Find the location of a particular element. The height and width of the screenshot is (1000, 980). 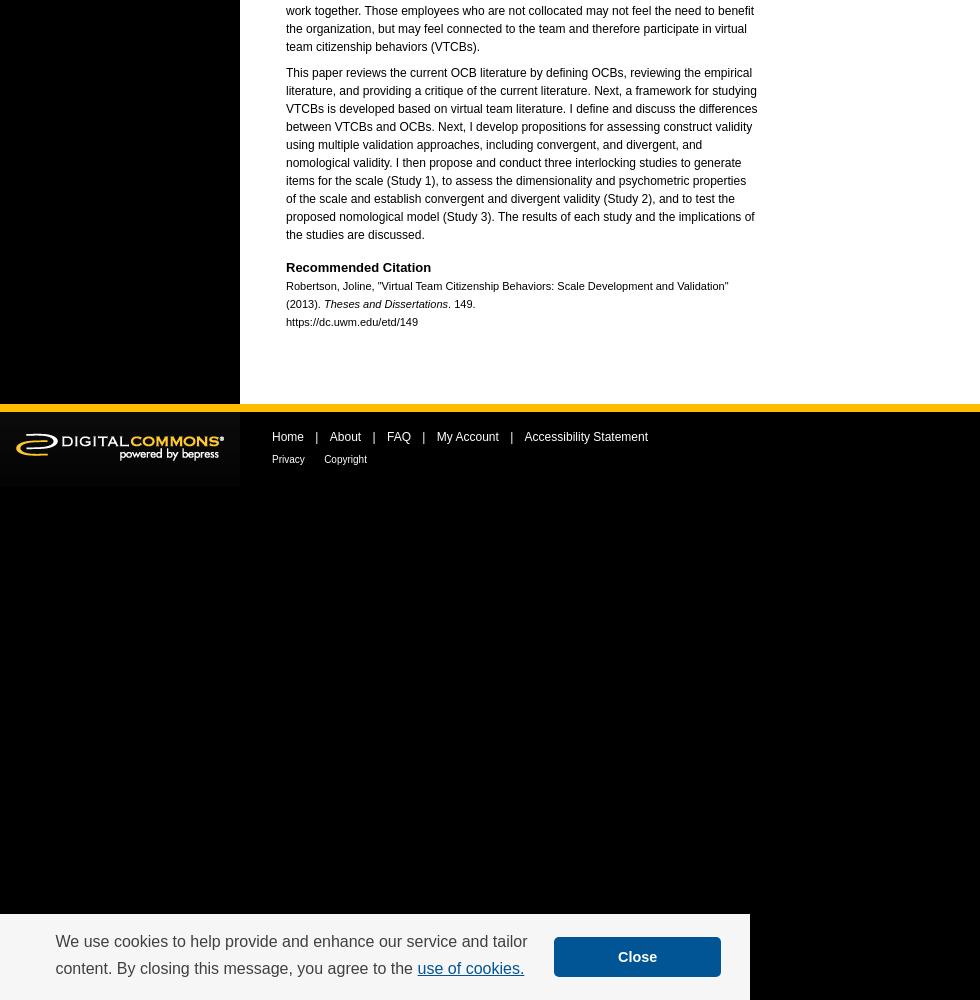

'Accessibility Statement' is located at coordinates (586, 437).